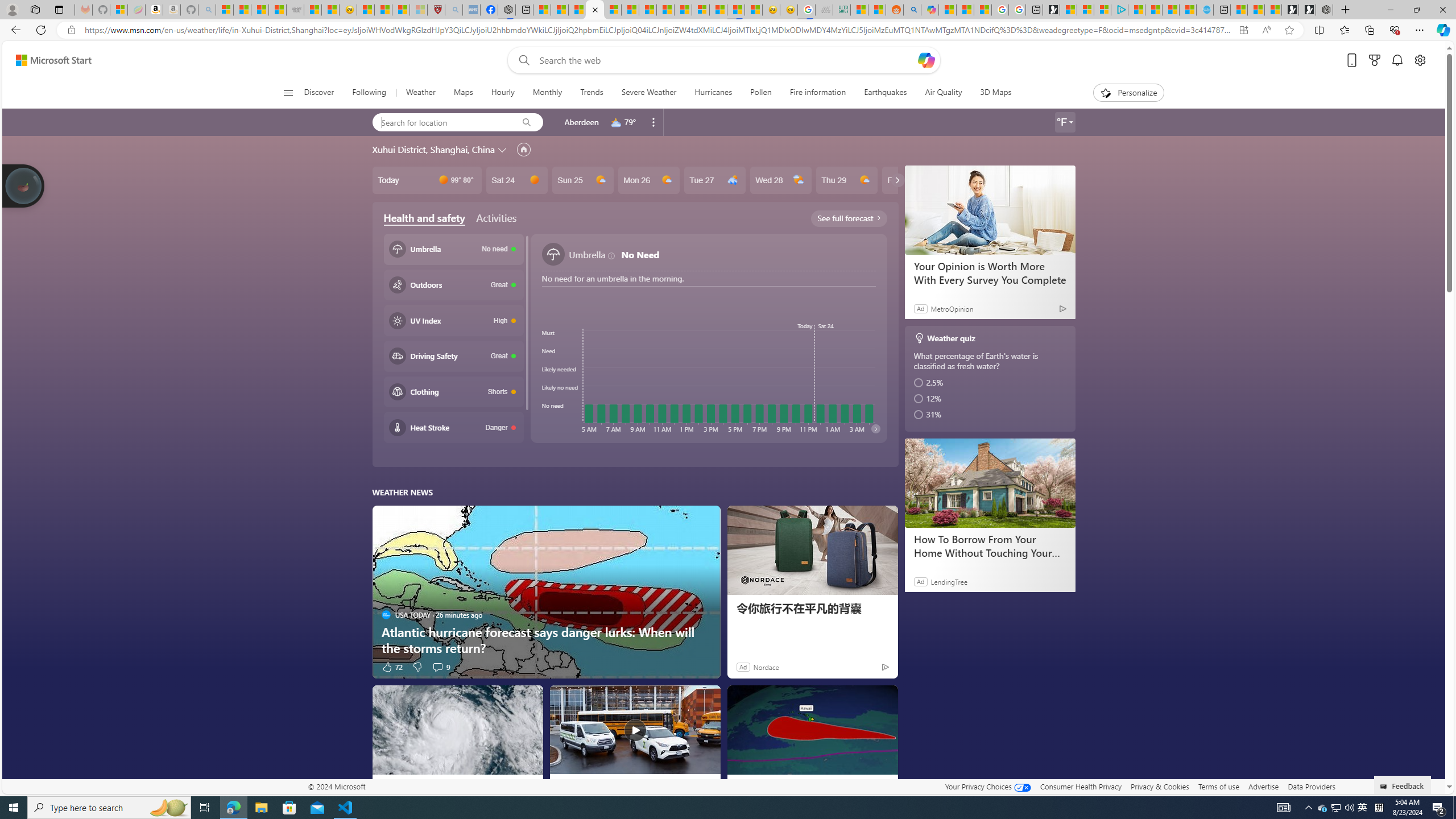 The image size is (1456, 819). Describe the element at coordinates (1442, 9) in the screenshot. I see `'Close'` at that location.